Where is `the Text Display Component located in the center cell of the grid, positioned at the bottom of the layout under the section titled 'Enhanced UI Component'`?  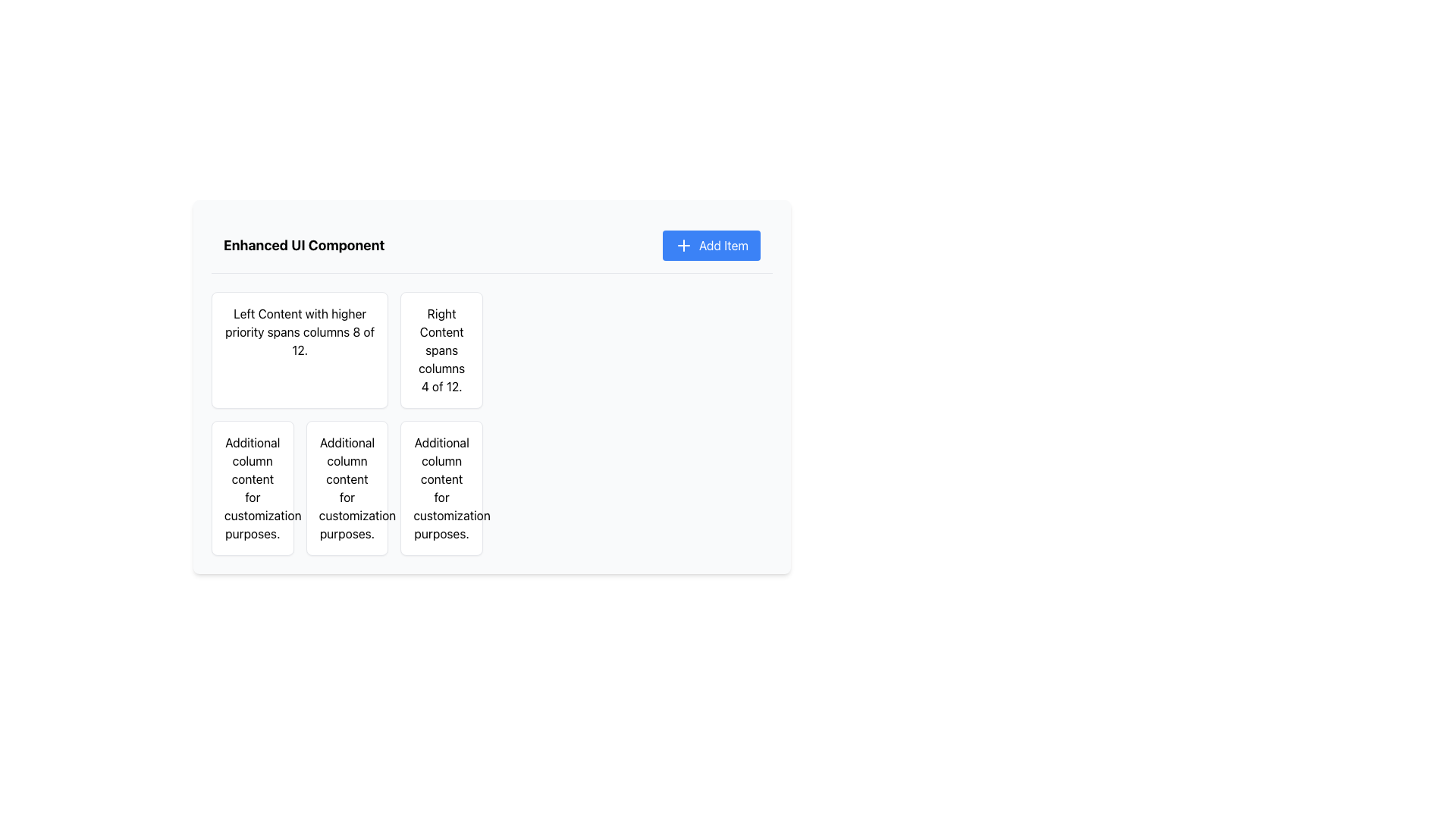 the Text Display Component located in the center cell of the grid, positioned at the bottom of the layout under the section titled 'Enhanced UI Component' is located at coordinates (346, 488).